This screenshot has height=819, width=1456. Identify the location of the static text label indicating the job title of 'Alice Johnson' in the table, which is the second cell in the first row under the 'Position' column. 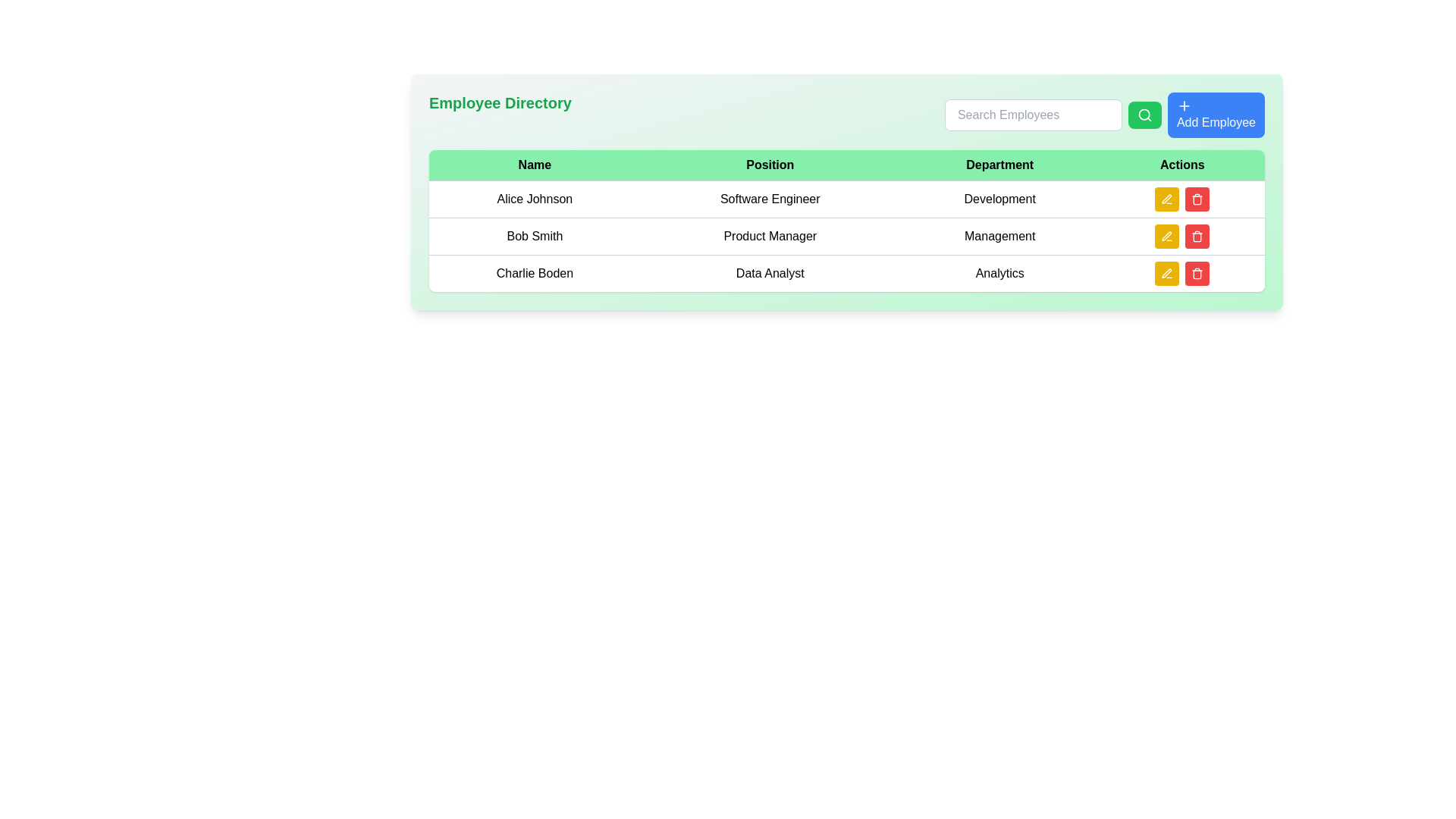
(770, 198).